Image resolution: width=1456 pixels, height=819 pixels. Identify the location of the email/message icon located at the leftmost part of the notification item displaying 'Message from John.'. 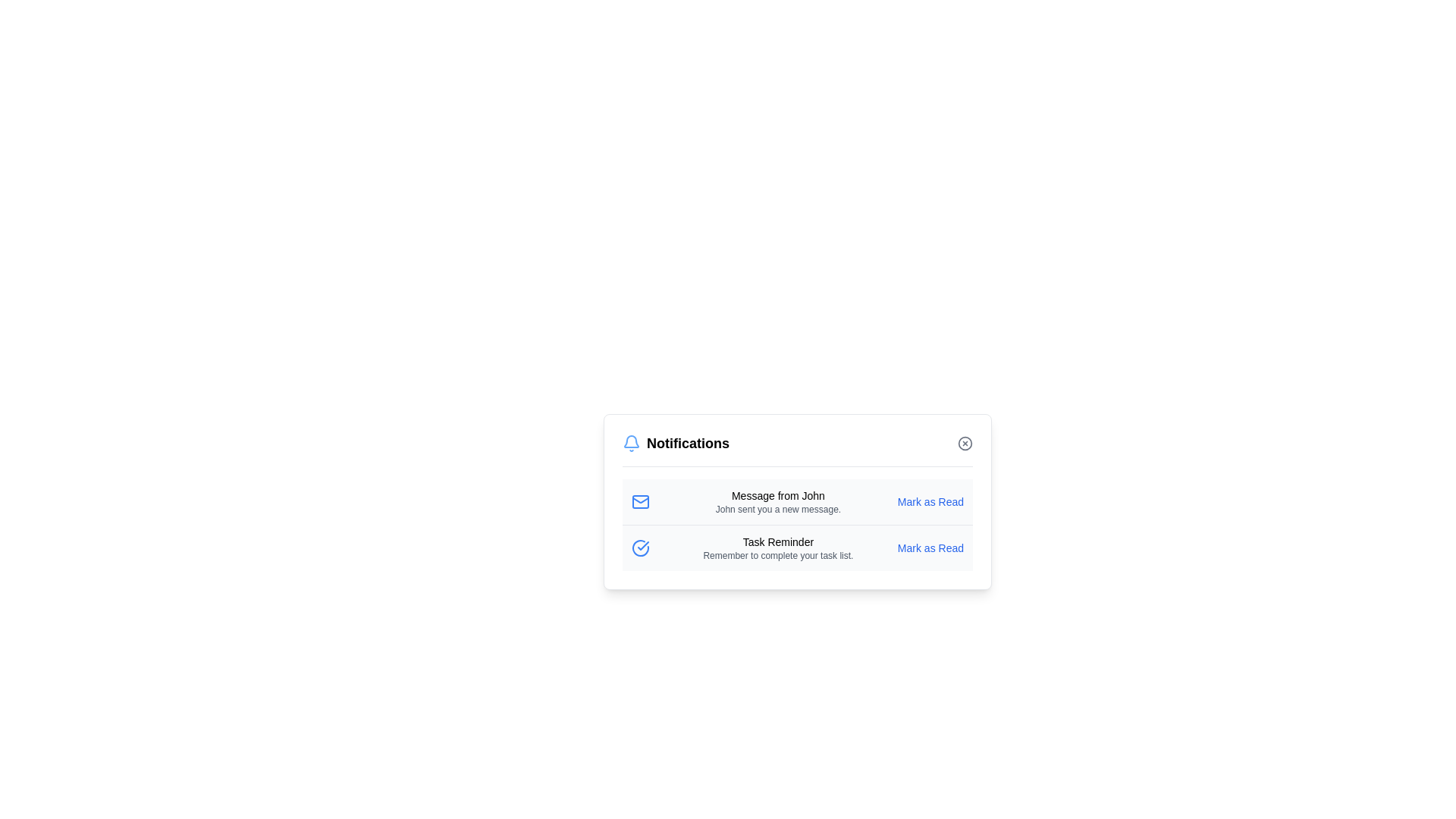
(640, 502).